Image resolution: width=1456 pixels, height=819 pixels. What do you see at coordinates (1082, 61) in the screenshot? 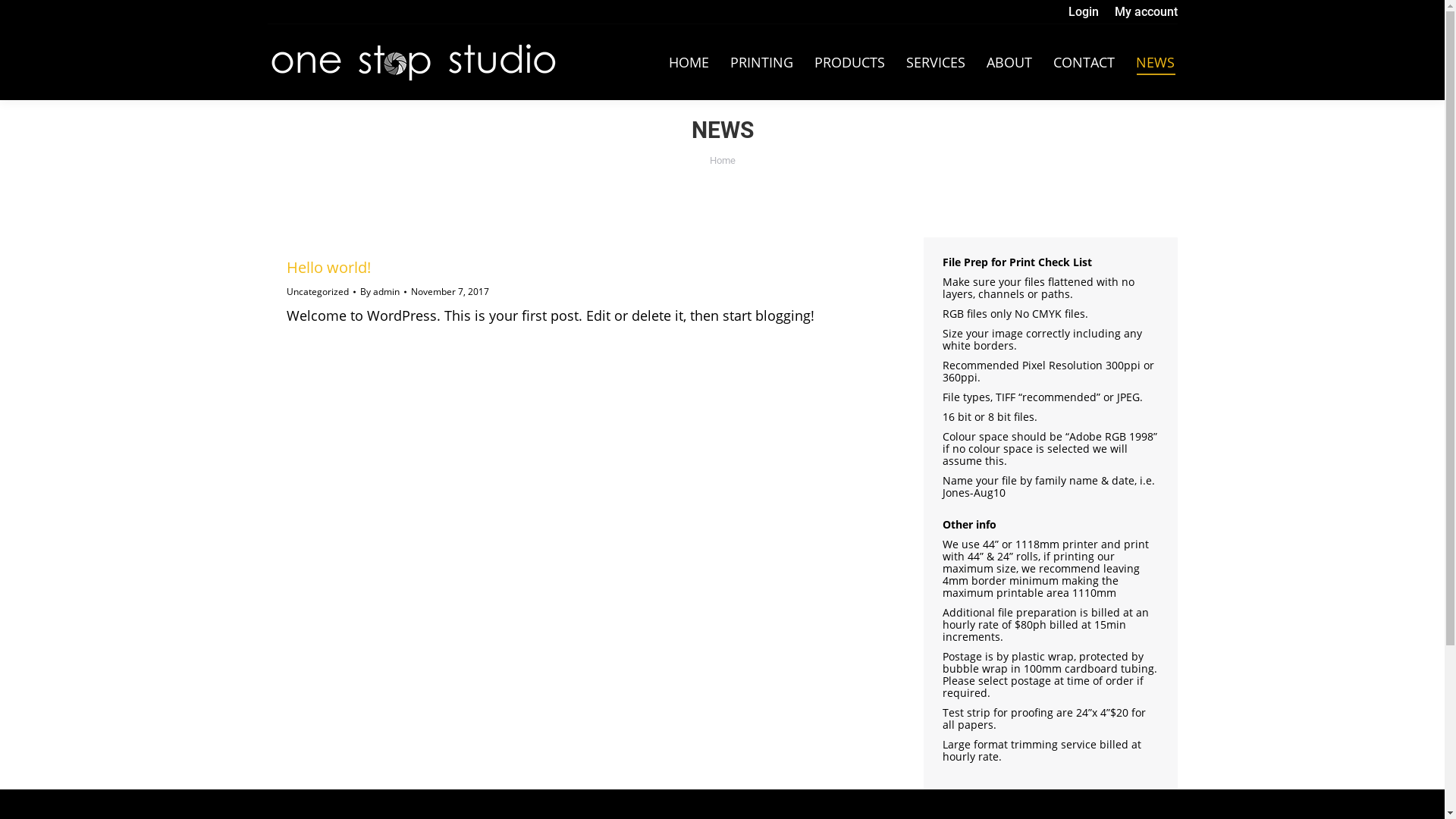
I see `'CONTACT'` at bounding box center [1082, 61].